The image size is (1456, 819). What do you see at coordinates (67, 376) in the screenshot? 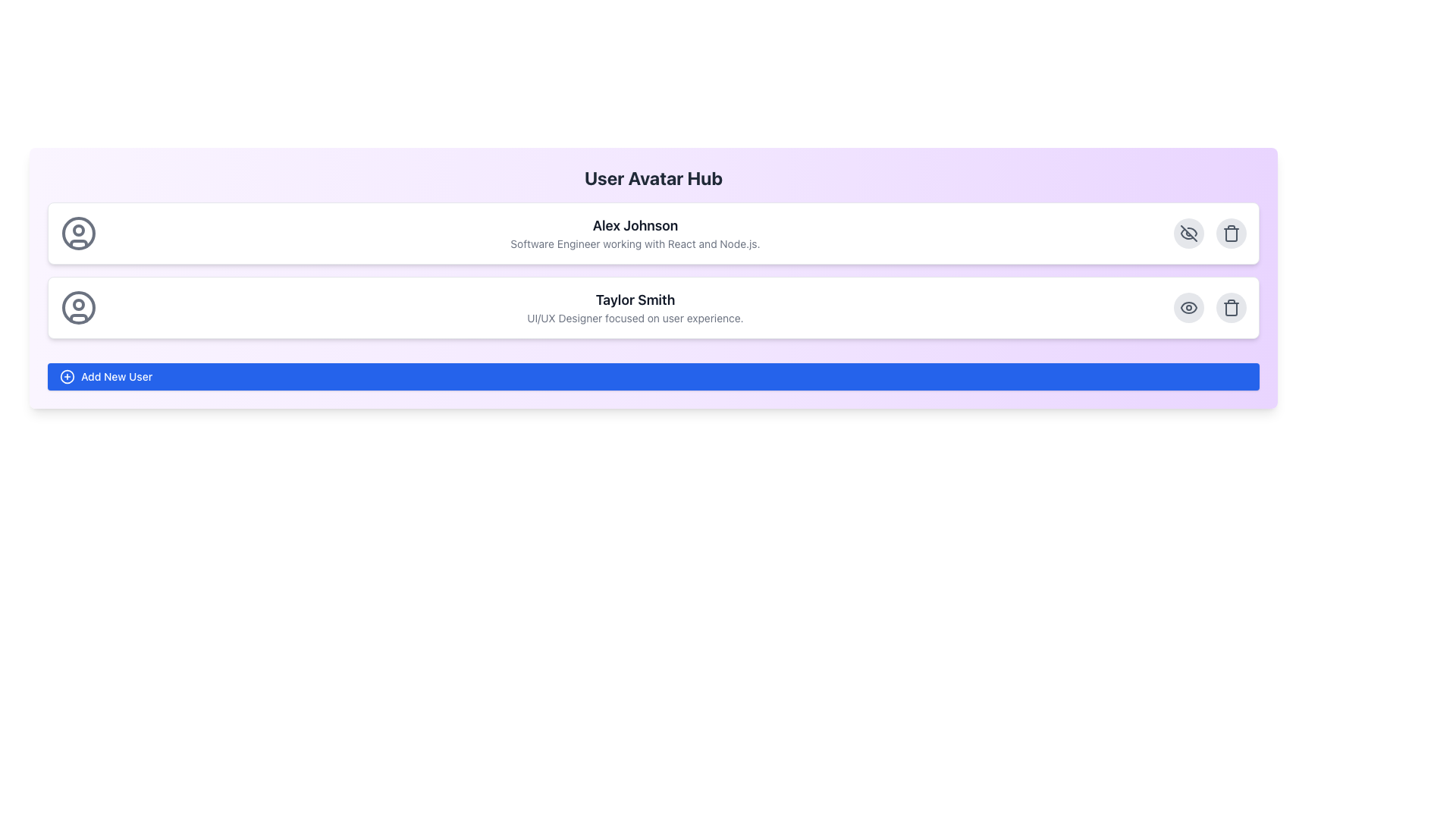
I see `the Circle element within the SVG graphic that represents the add new user button, located at the bottom-left corner of the interface` at bounding box center [67, 376].